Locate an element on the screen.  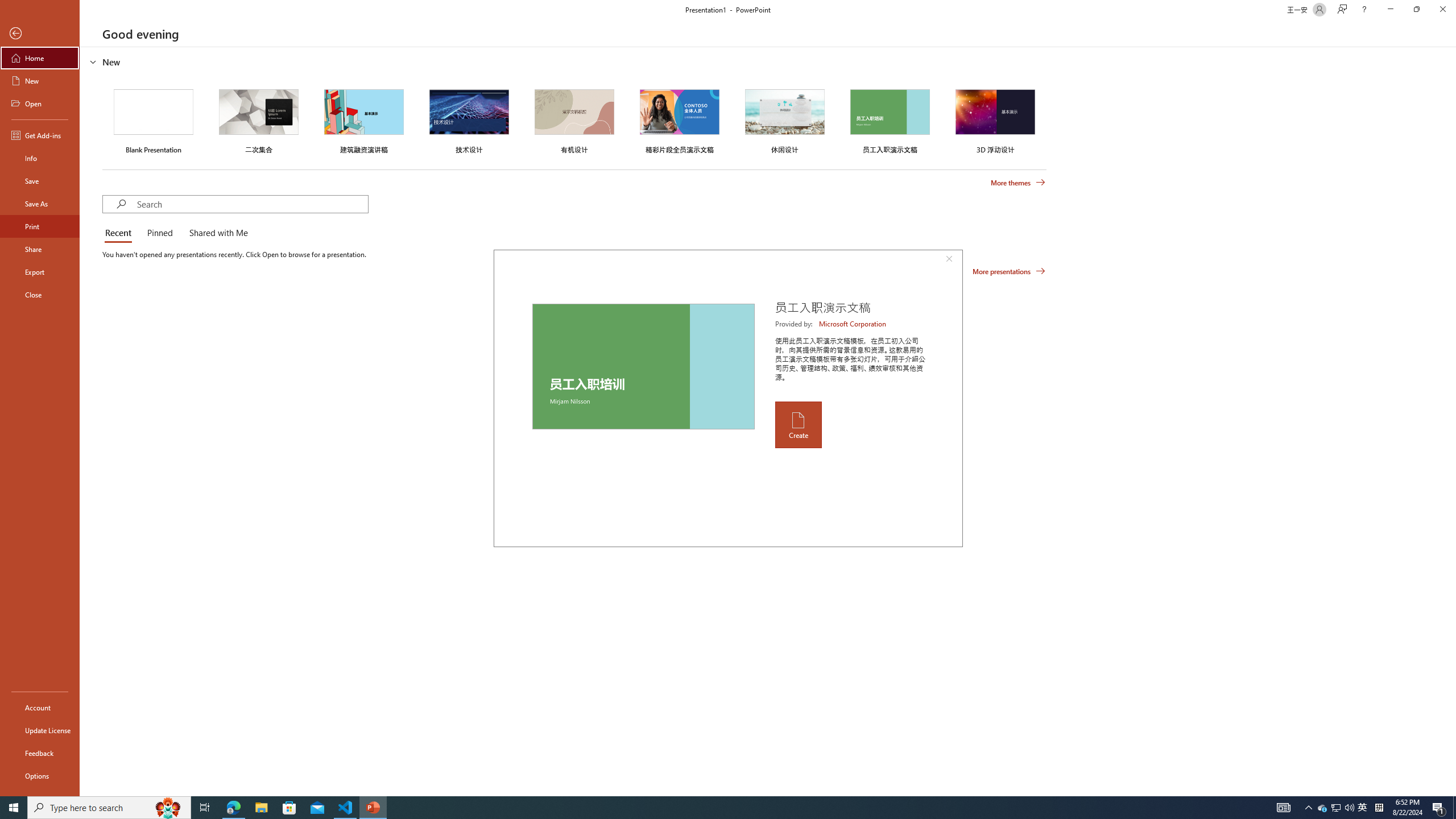
'Hide or show region' is located at coordinates (93, 61).